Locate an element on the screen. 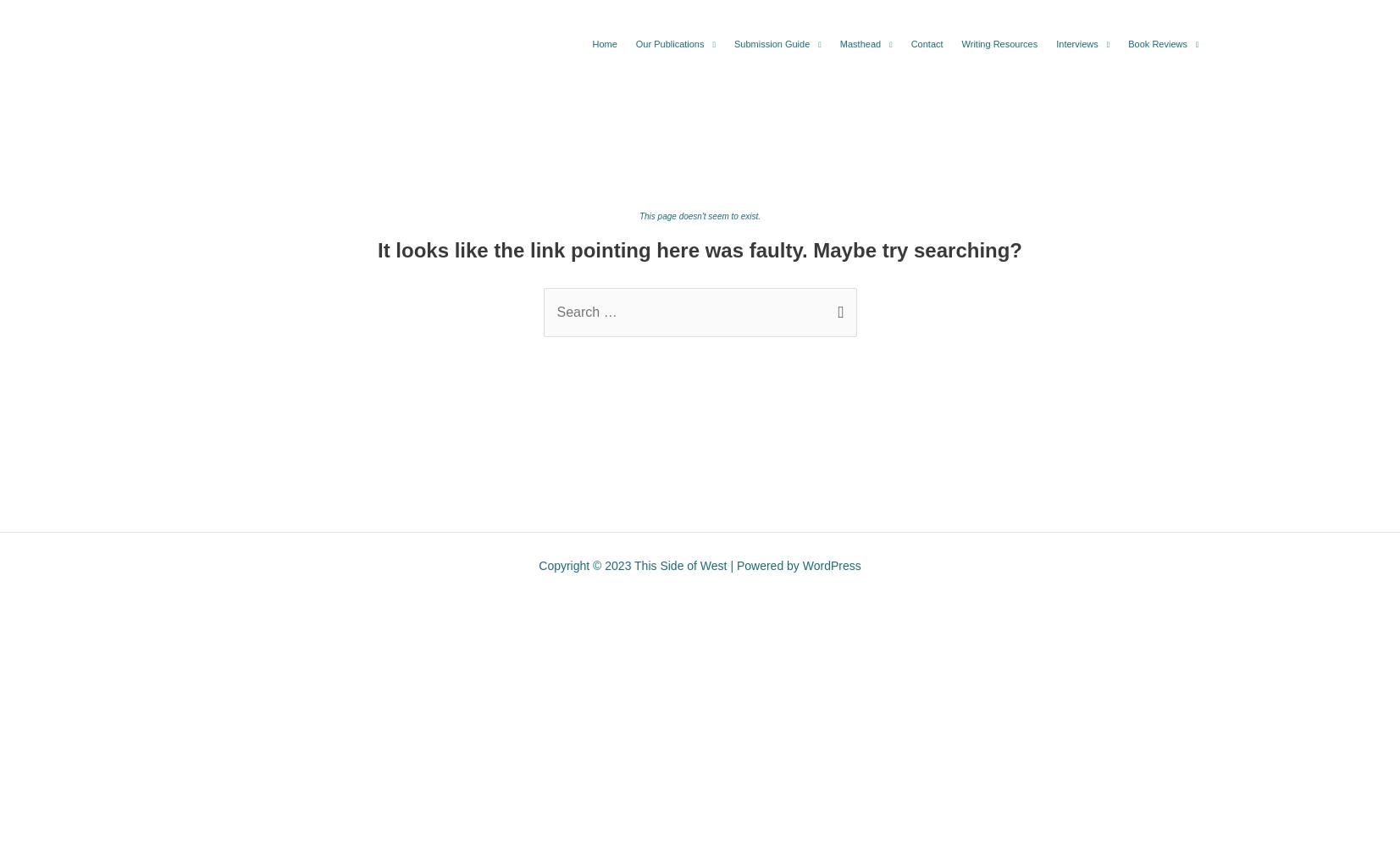 This screenshot has width=1400, height=847. 'Our Publications' is located at coordinates (668, 44).